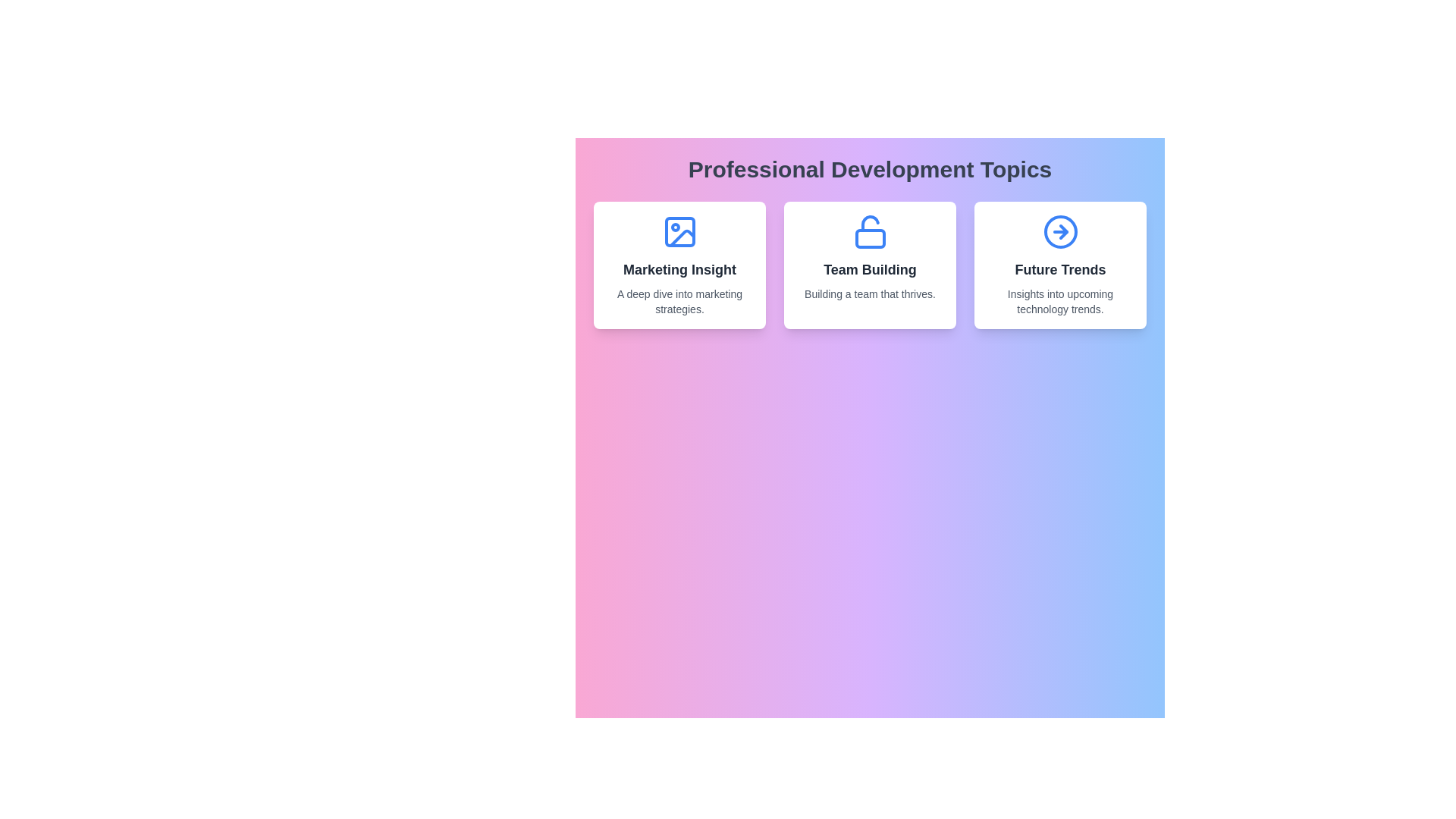 Image resolution: width=1456 pixels, height=819 pixels. Describe the element at coordinates (1059, 265) in the screenshot. I see `the card titled 'Future Trends' to observe its hover effect` at that location.